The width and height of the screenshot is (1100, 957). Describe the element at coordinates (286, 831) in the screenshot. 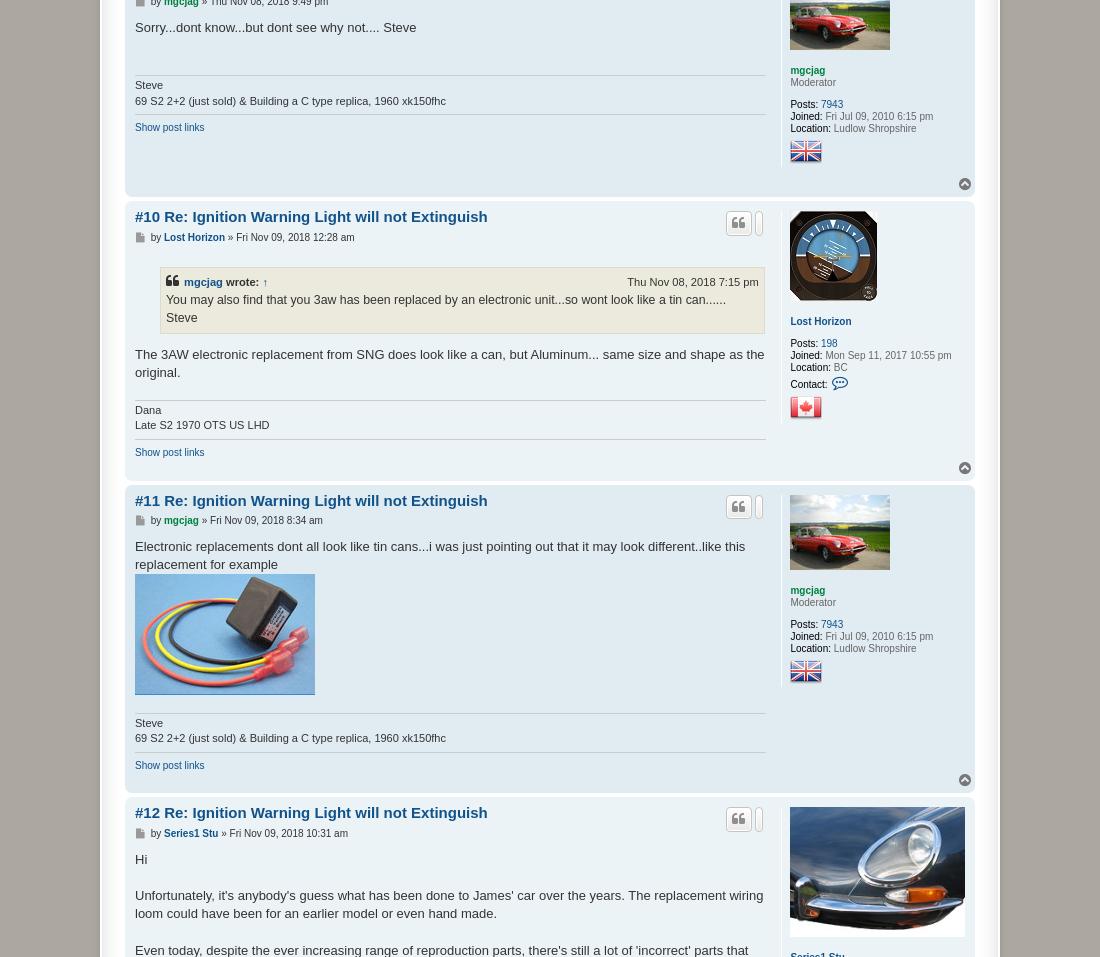

I see `'Fri Nov 09, 2018 10:31 am'` at that location.